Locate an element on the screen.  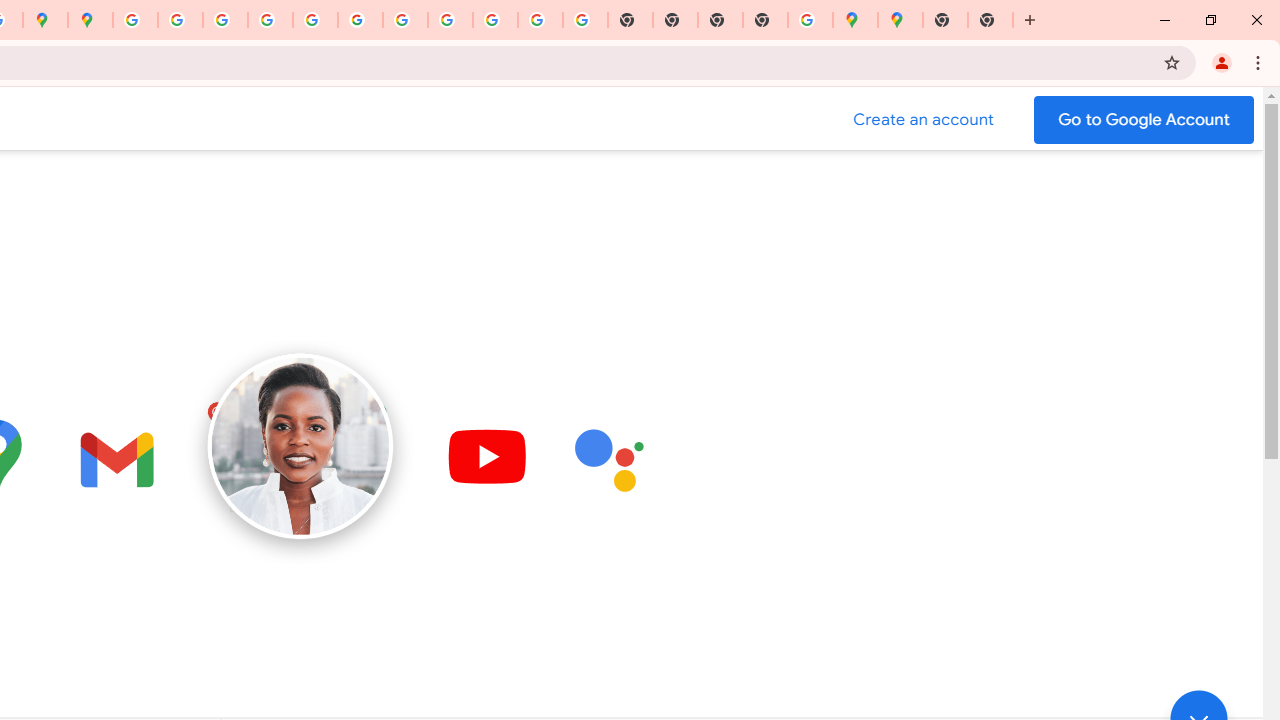
'YouTube' is located at coordinates (404, 20).